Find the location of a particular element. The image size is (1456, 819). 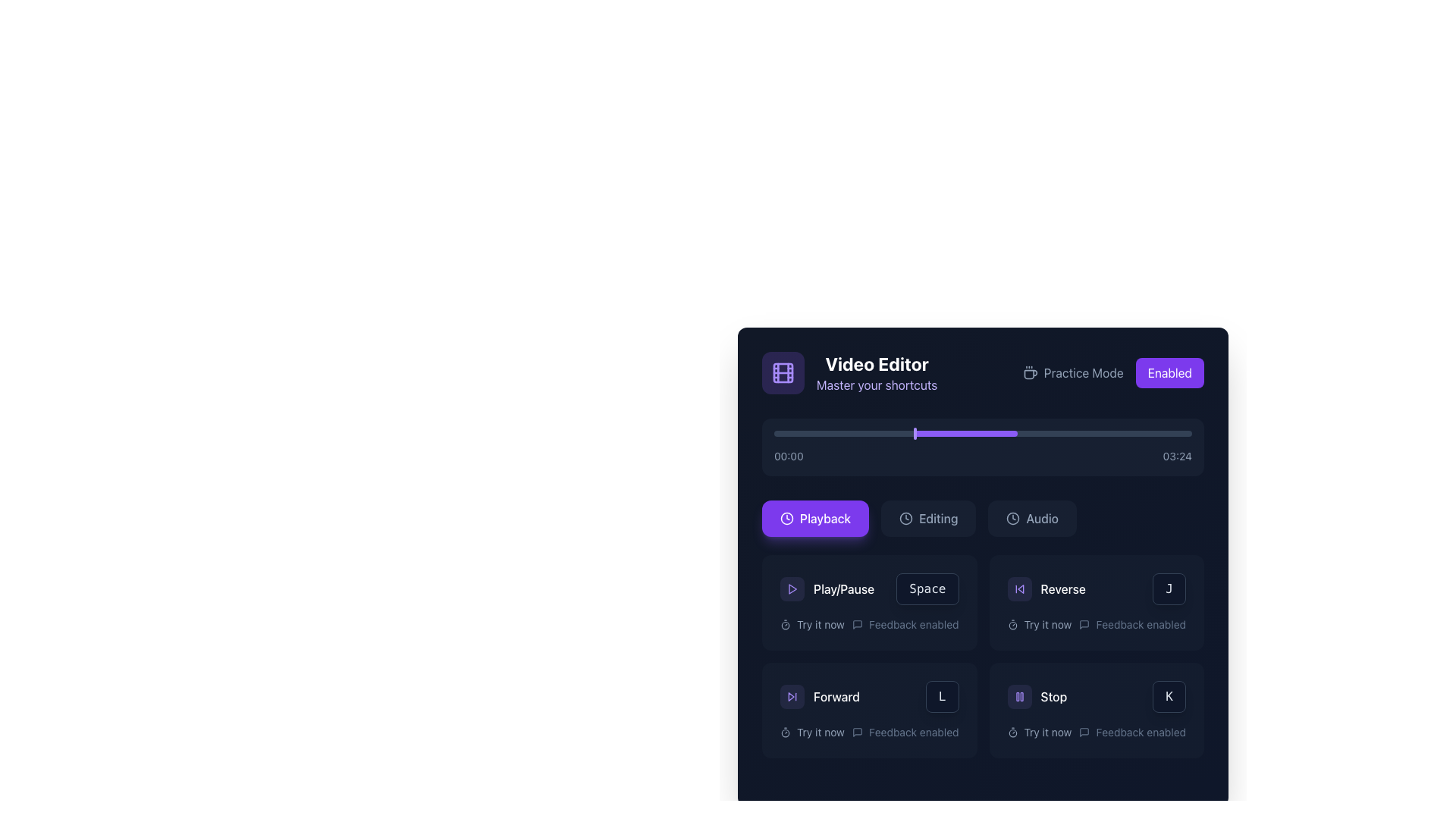

the 'J' icon on the dark rounded background located at the bottom right corner of the 'Reverse' button is located at coordinates (1169, 588).